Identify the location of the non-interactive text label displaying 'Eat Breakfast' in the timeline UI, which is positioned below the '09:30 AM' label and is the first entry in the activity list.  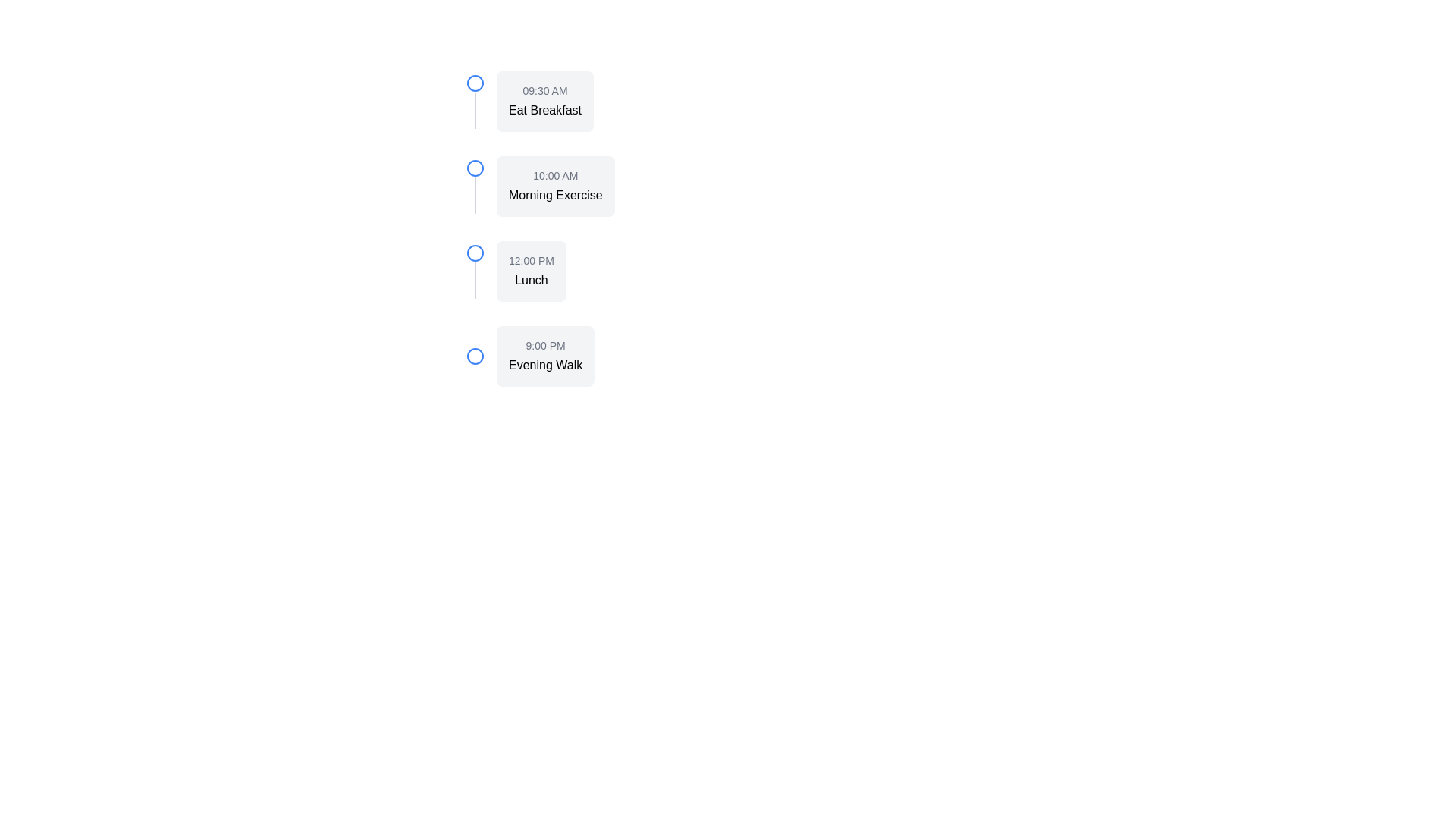
(545, 110).